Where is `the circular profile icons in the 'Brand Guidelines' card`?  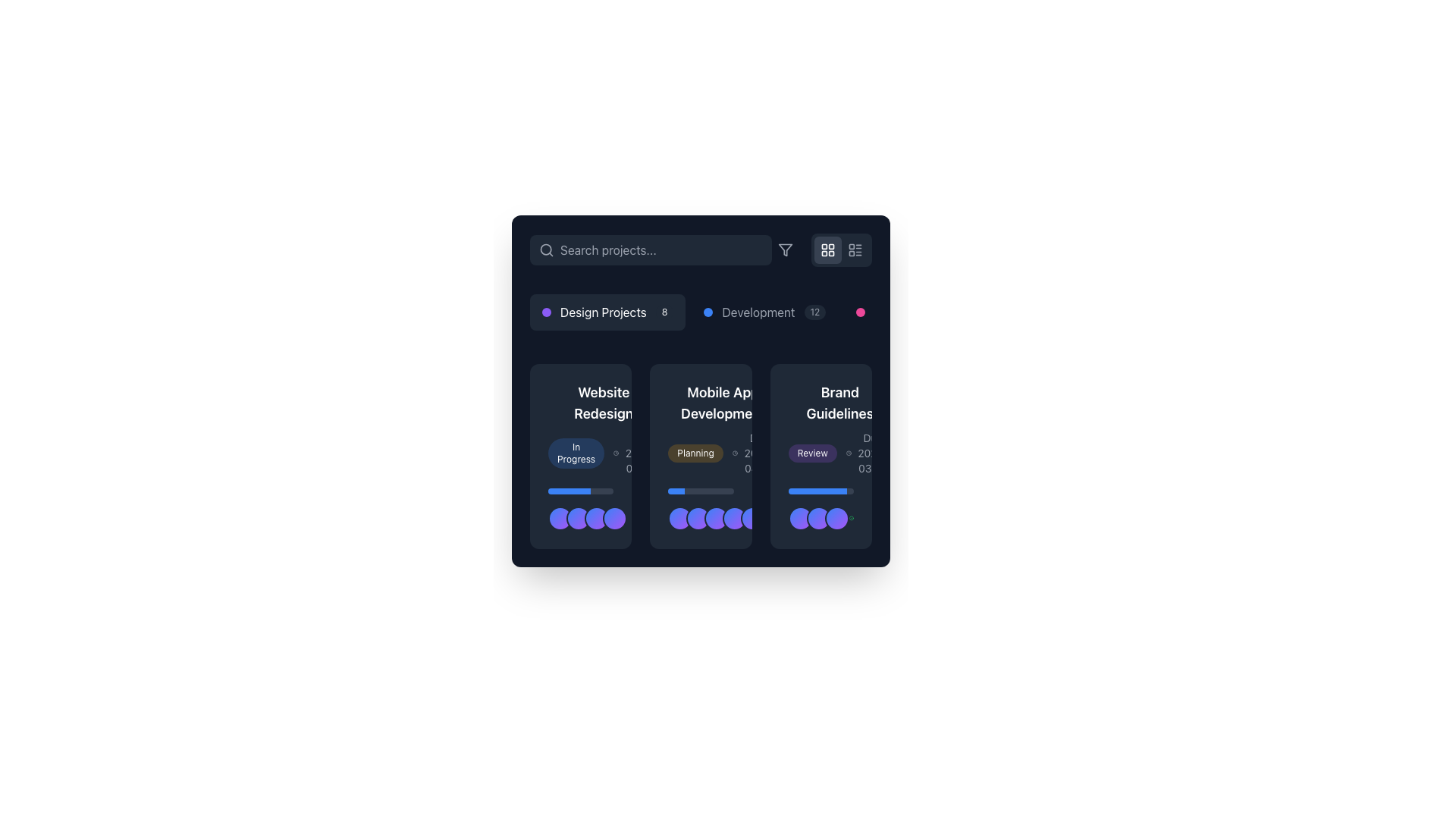
the circular profile icons in the 'Brand Guidelines' card is located at coordinates (820, 509).